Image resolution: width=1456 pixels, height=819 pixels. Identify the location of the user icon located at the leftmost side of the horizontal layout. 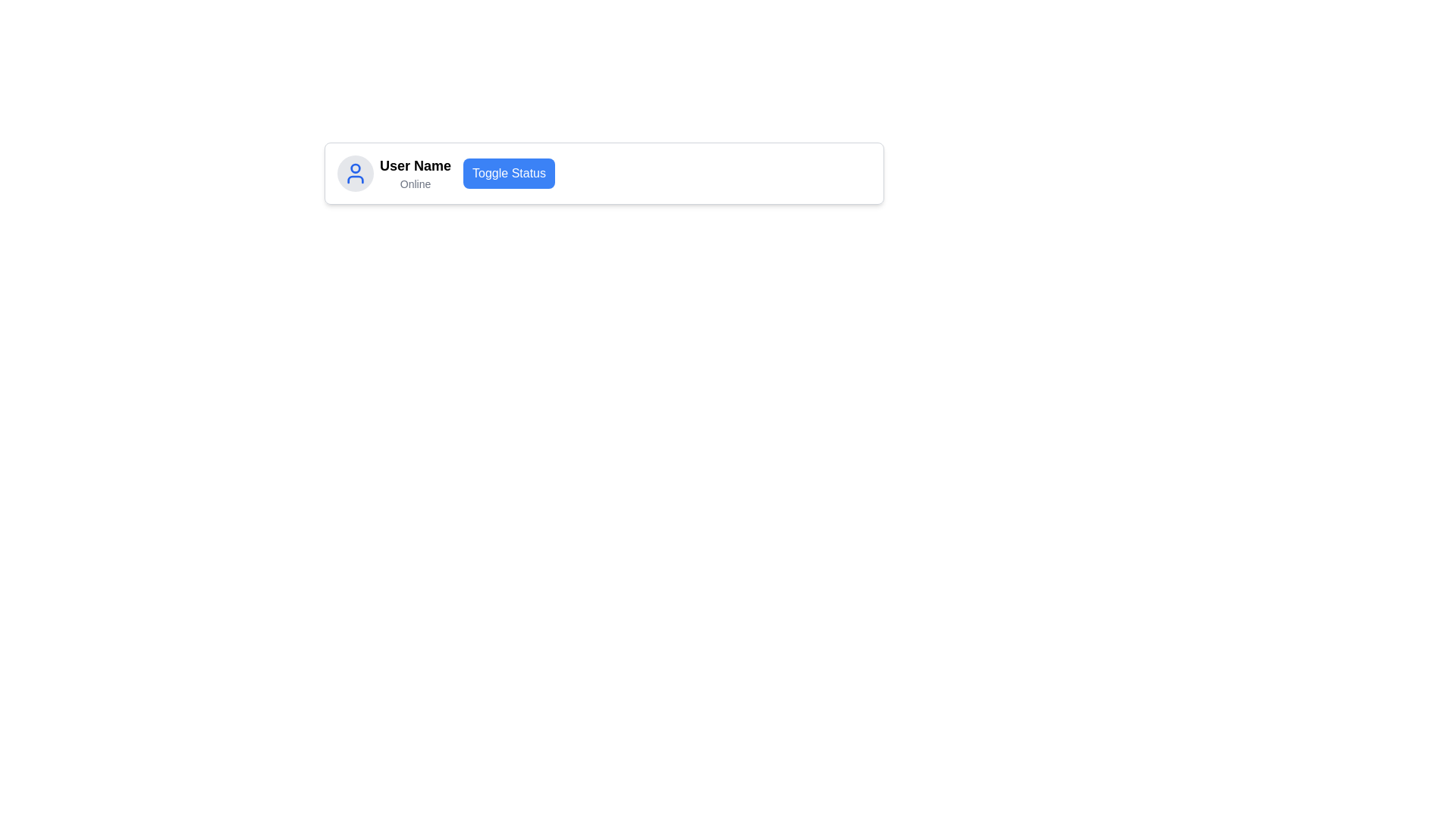
(355, 172).